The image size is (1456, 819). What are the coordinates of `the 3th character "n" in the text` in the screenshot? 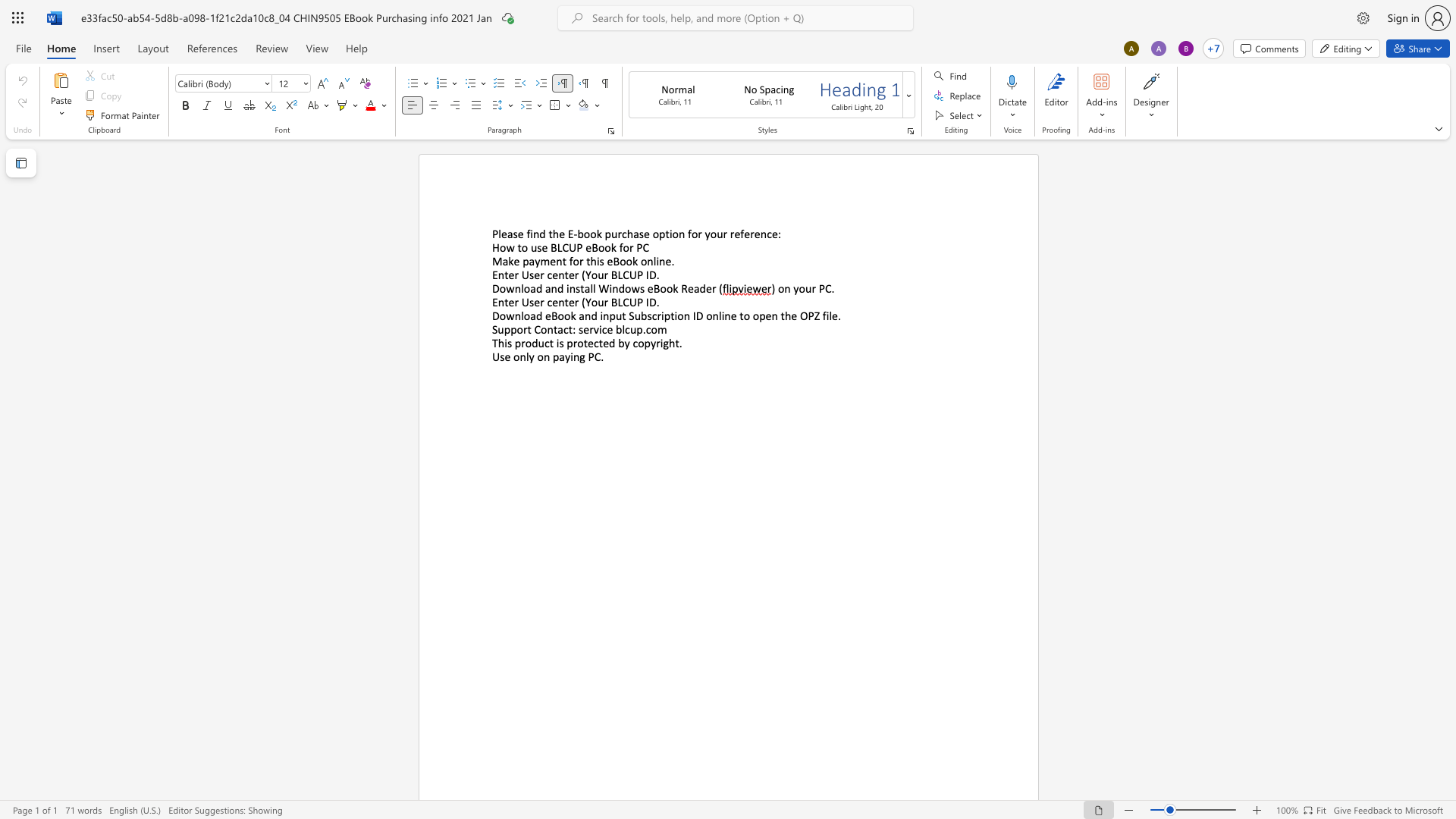 It's located at (662, 260).